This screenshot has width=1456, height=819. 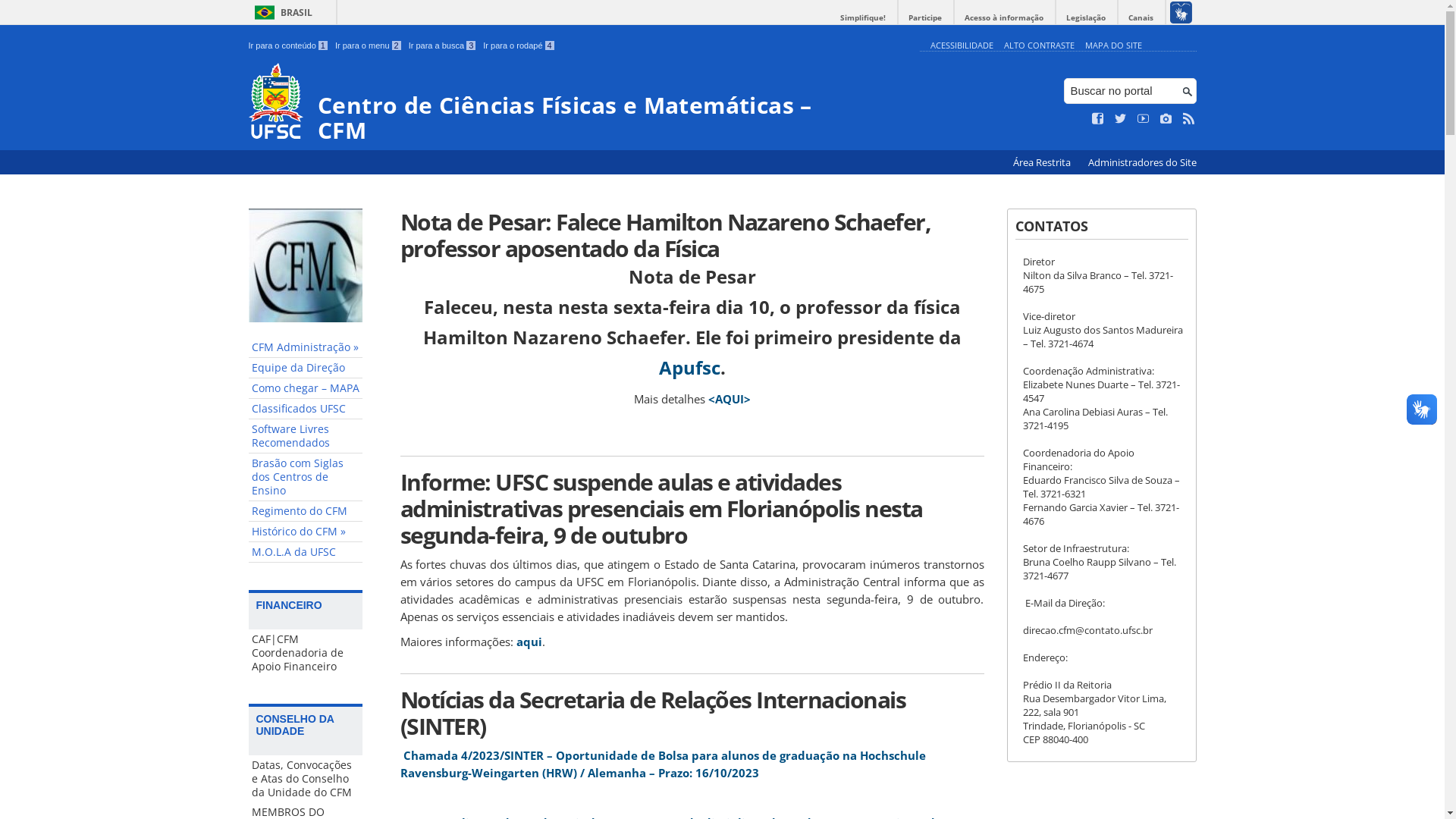 What do you see at coordinates (862, 17) in the screenshot?
I see `'Simplifique!'` at bounding box center [862, 17].